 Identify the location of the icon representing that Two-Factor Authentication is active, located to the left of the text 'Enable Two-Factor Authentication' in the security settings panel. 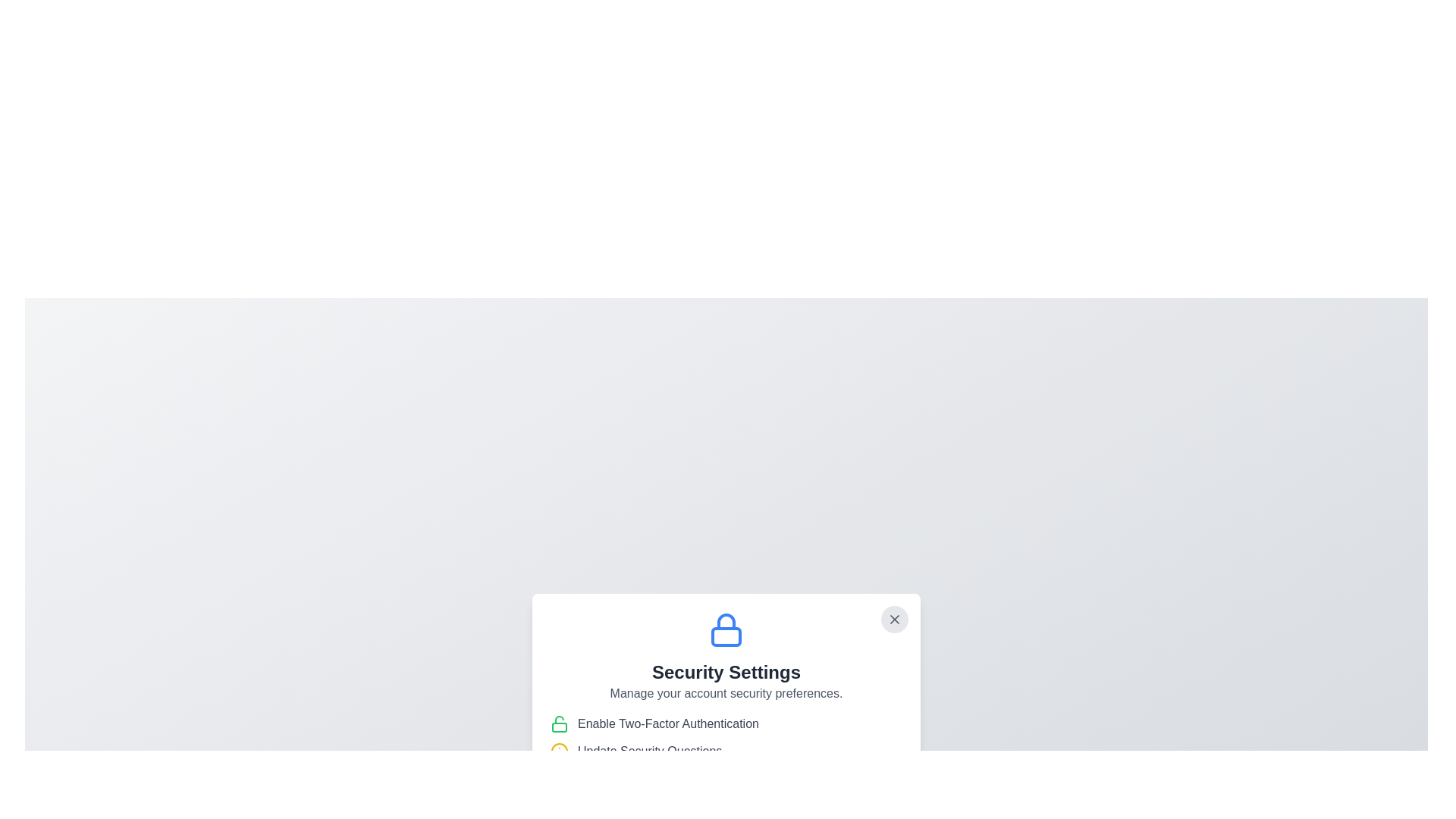
(559, 723).